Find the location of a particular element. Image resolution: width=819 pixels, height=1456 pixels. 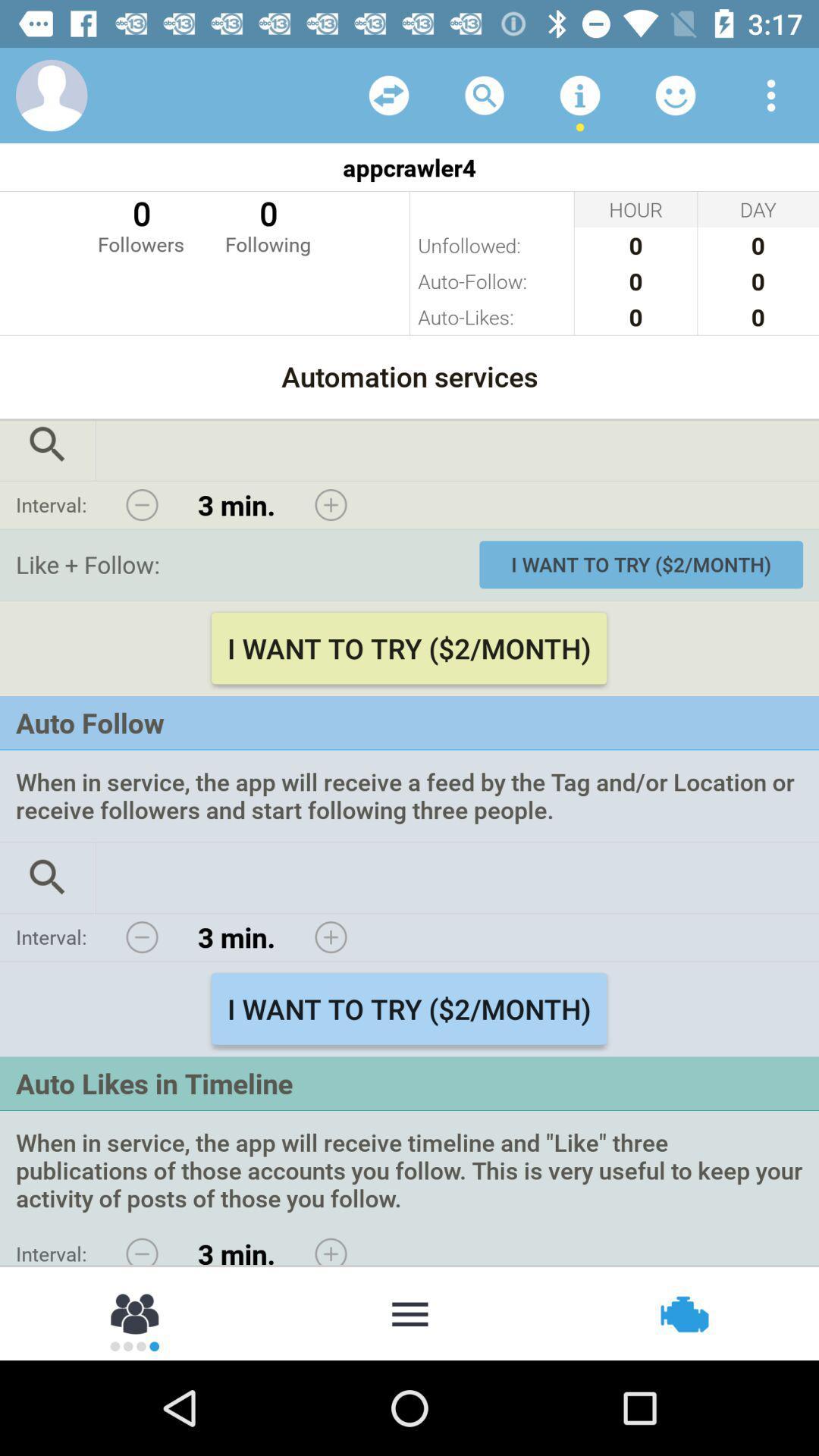

0 is located at coordinates (267, 224).